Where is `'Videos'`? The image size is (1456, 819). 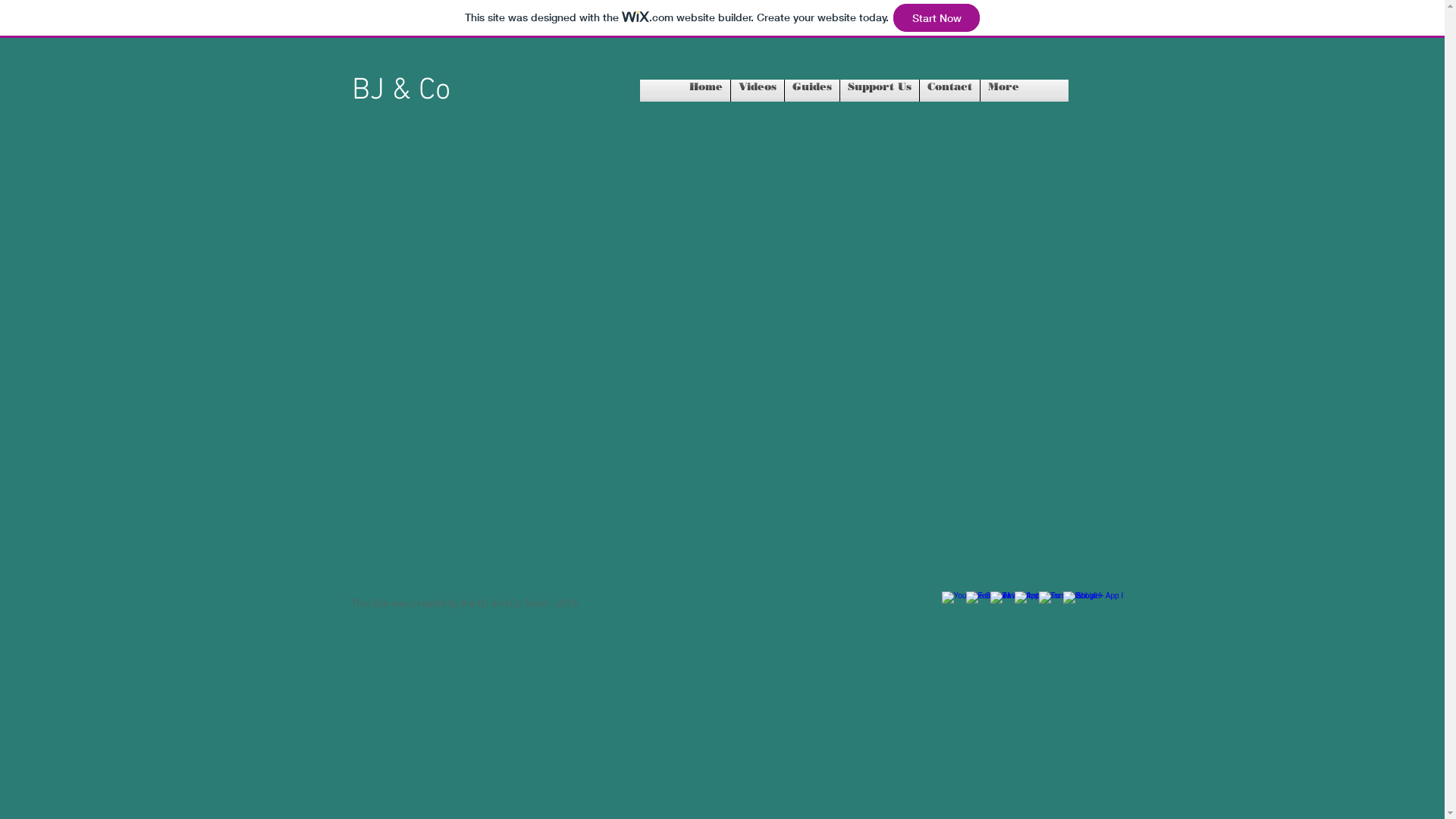
'Videos' is located at coordinates (757, 90).